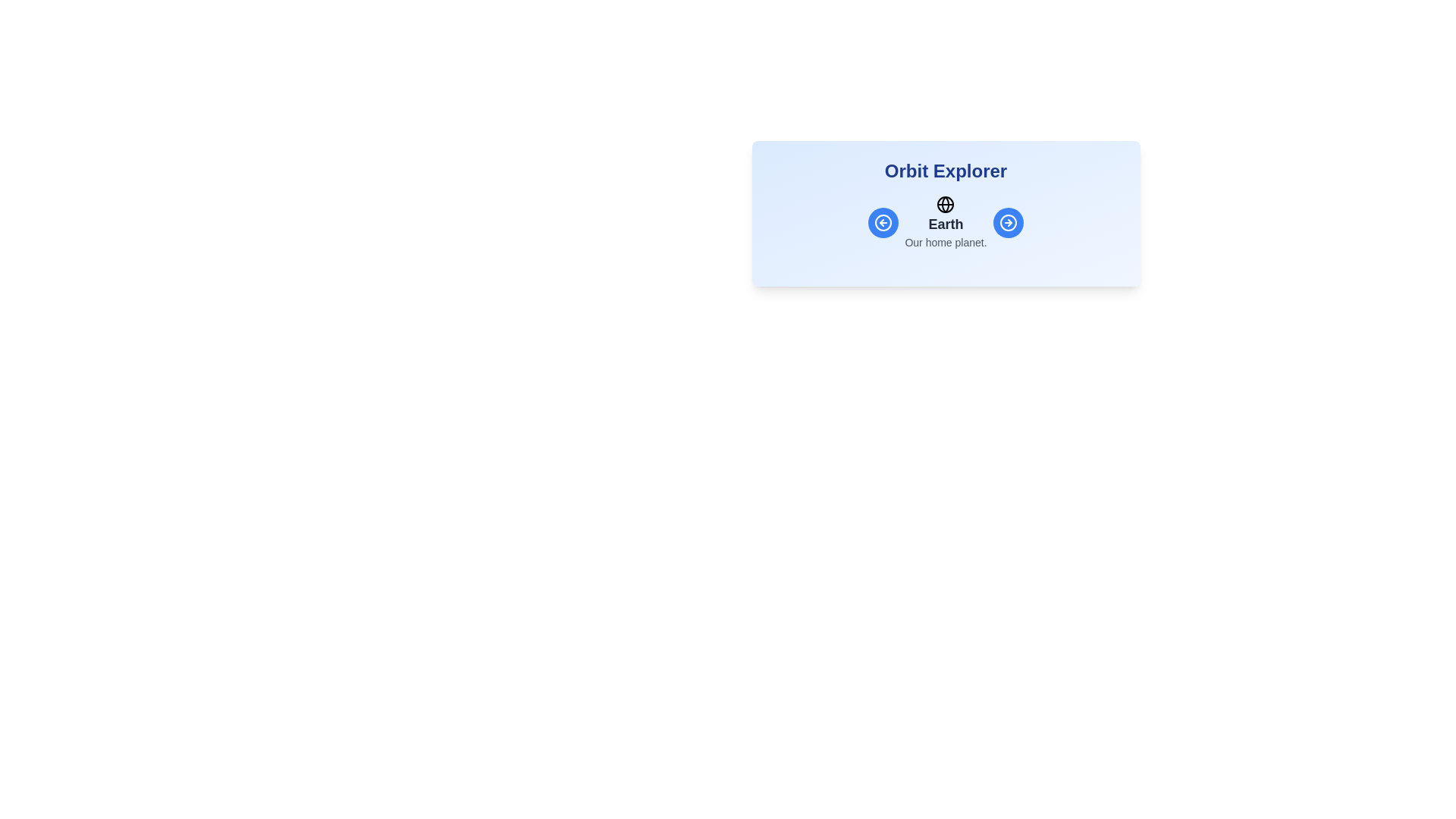 This screenshot has height=819, width=1456. Describe the element at coordinates (945, 222) in the screenshot. I see `the Visual Descriptor with Icon and Text representing the planet Earth, located beneath the header 'Orbit Explorer'` at that location.